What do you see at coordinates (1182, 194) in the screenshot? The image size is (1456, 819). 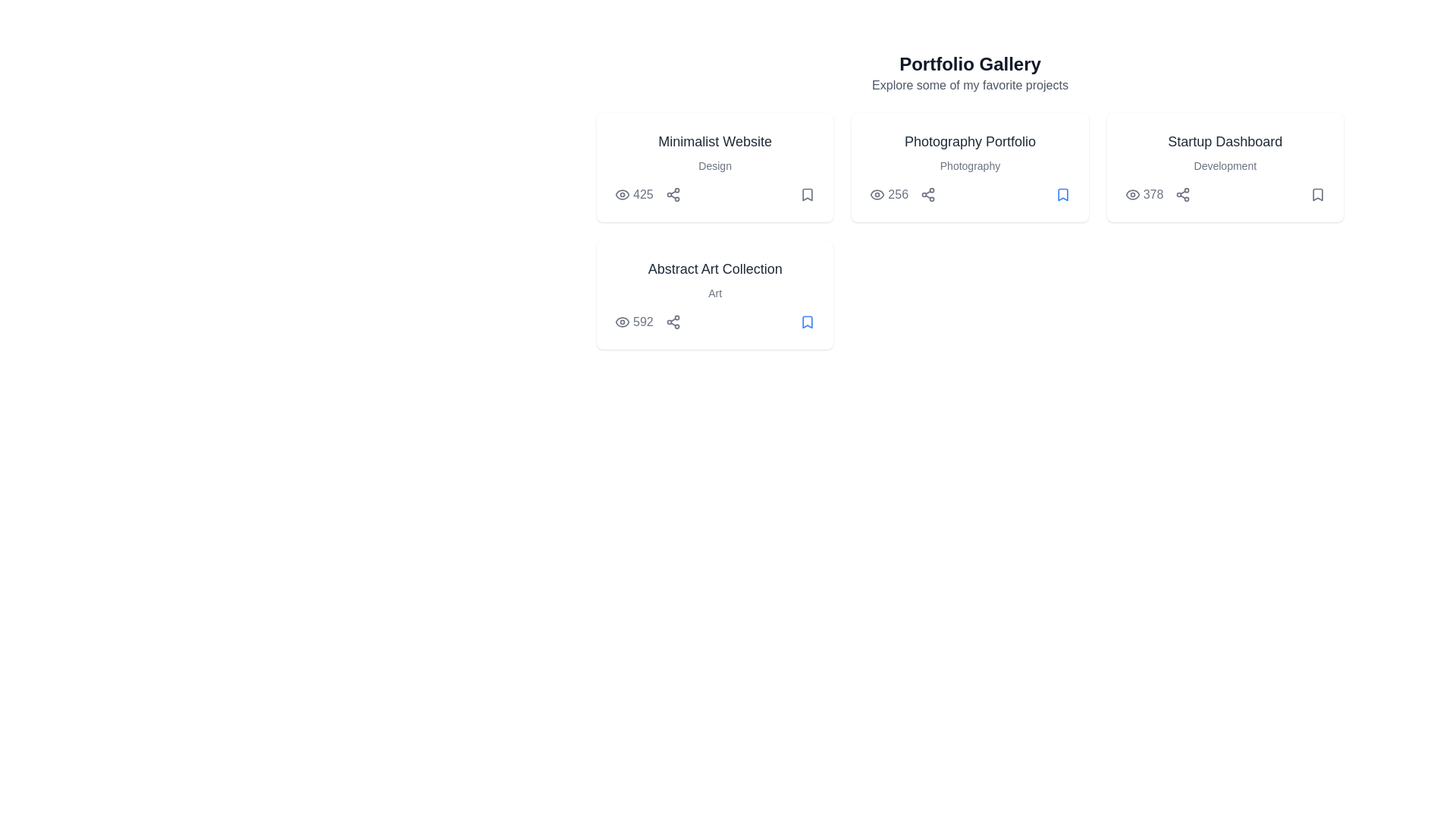 I see `the share icon represented by three connected circles in a triangular arrangement, located in the top-right section of the 'Portfolio Gallery' for the 'Startup Dashboard', to share content` at bounding box center [1182, 194].